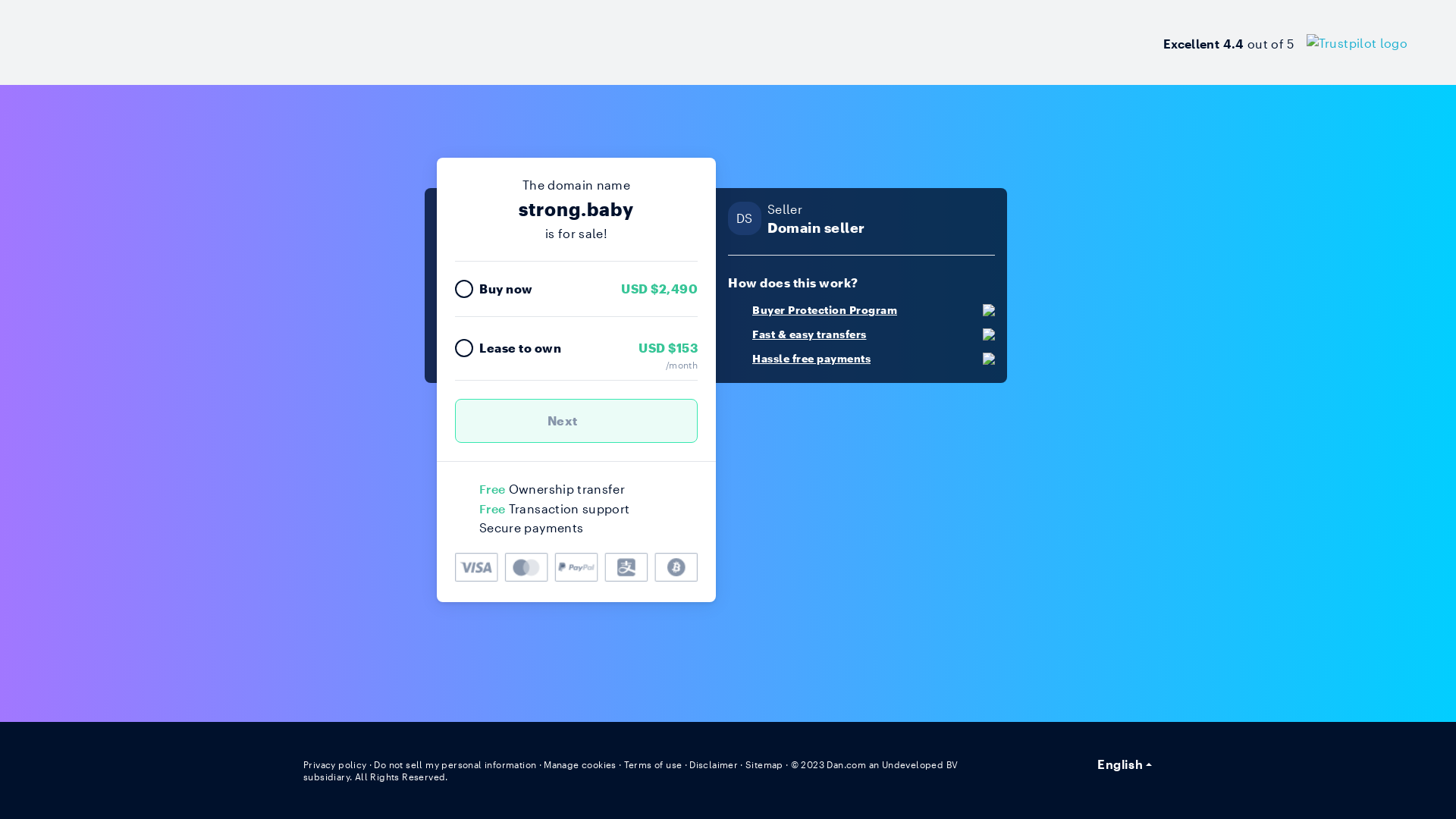 This screenshot has width=1456, height=819. Describe the element at coordinates (745, 764) in the screenshot. I see `'Sitemap'` at that location.